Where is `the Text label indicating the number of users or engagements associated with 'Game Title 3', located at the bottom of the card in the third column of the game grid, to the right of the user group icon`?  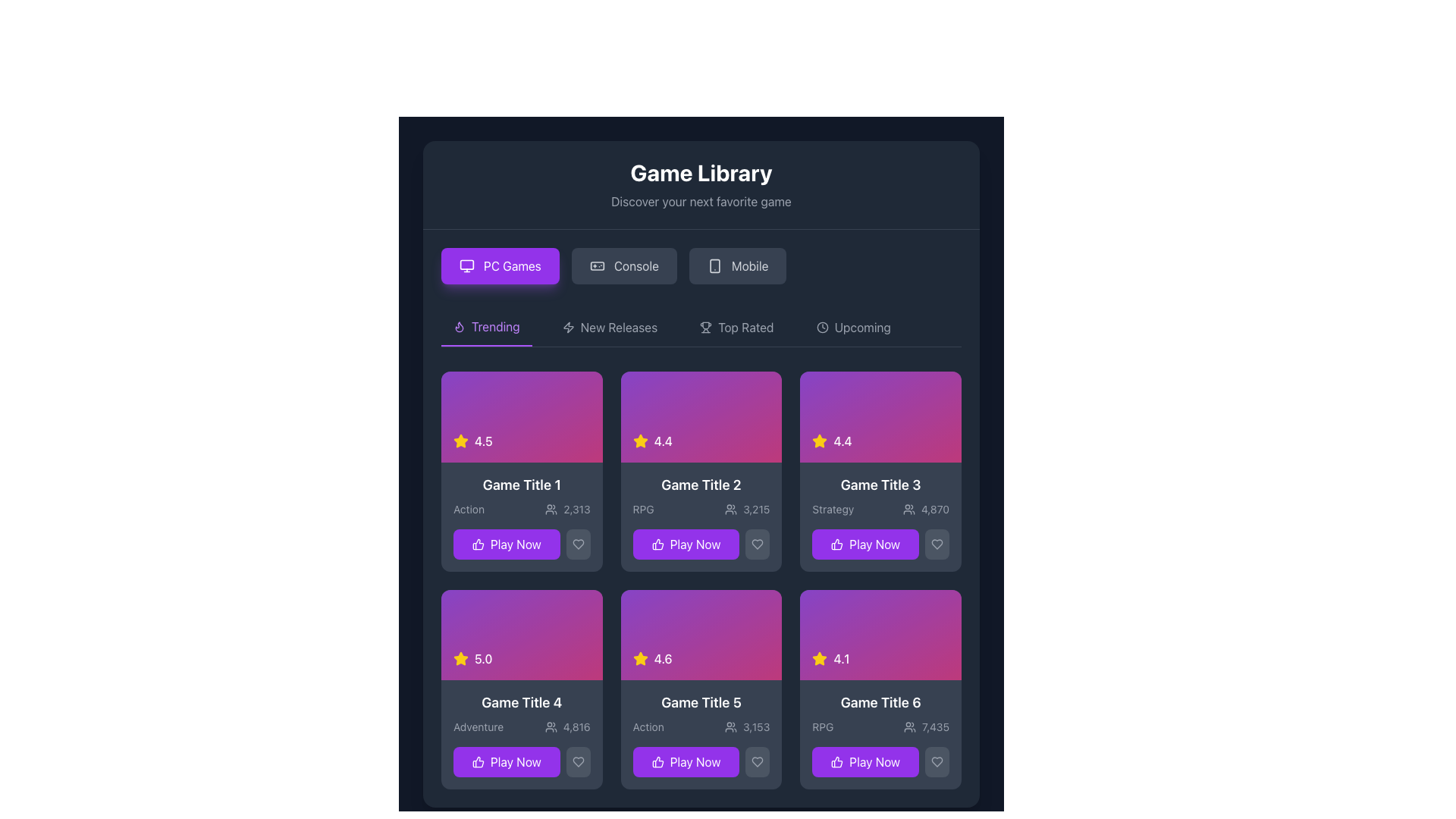
the Text label indicating the number of users or engagements associated with 'Game Title 3', located at the bottom of the card in the third column of the game grid, to the right of the user group icon is located at coordinates (934, 509).